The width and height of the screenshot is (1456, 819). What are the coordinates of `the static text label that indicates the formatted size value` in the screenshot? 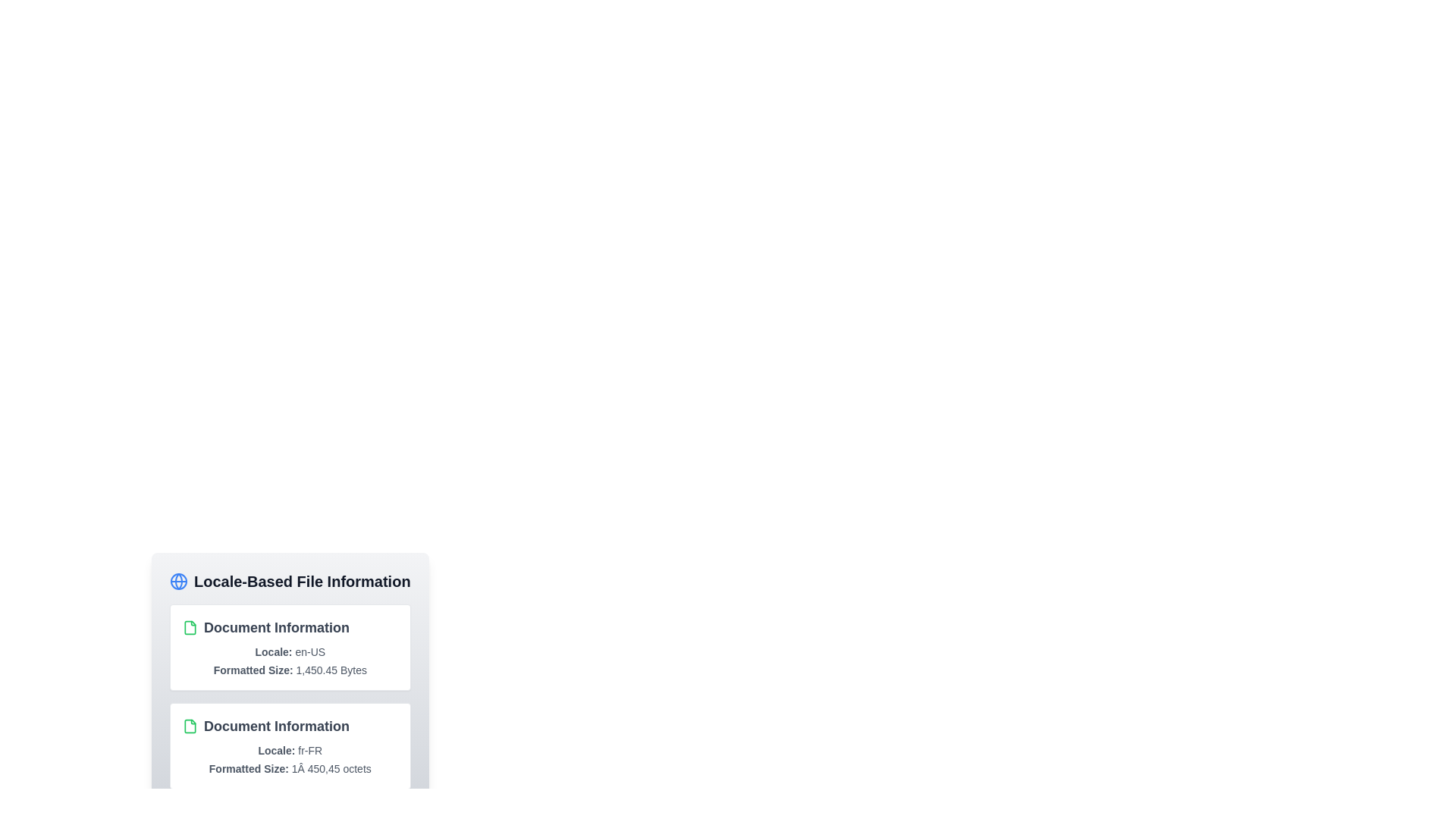 It's located at (253, 669).